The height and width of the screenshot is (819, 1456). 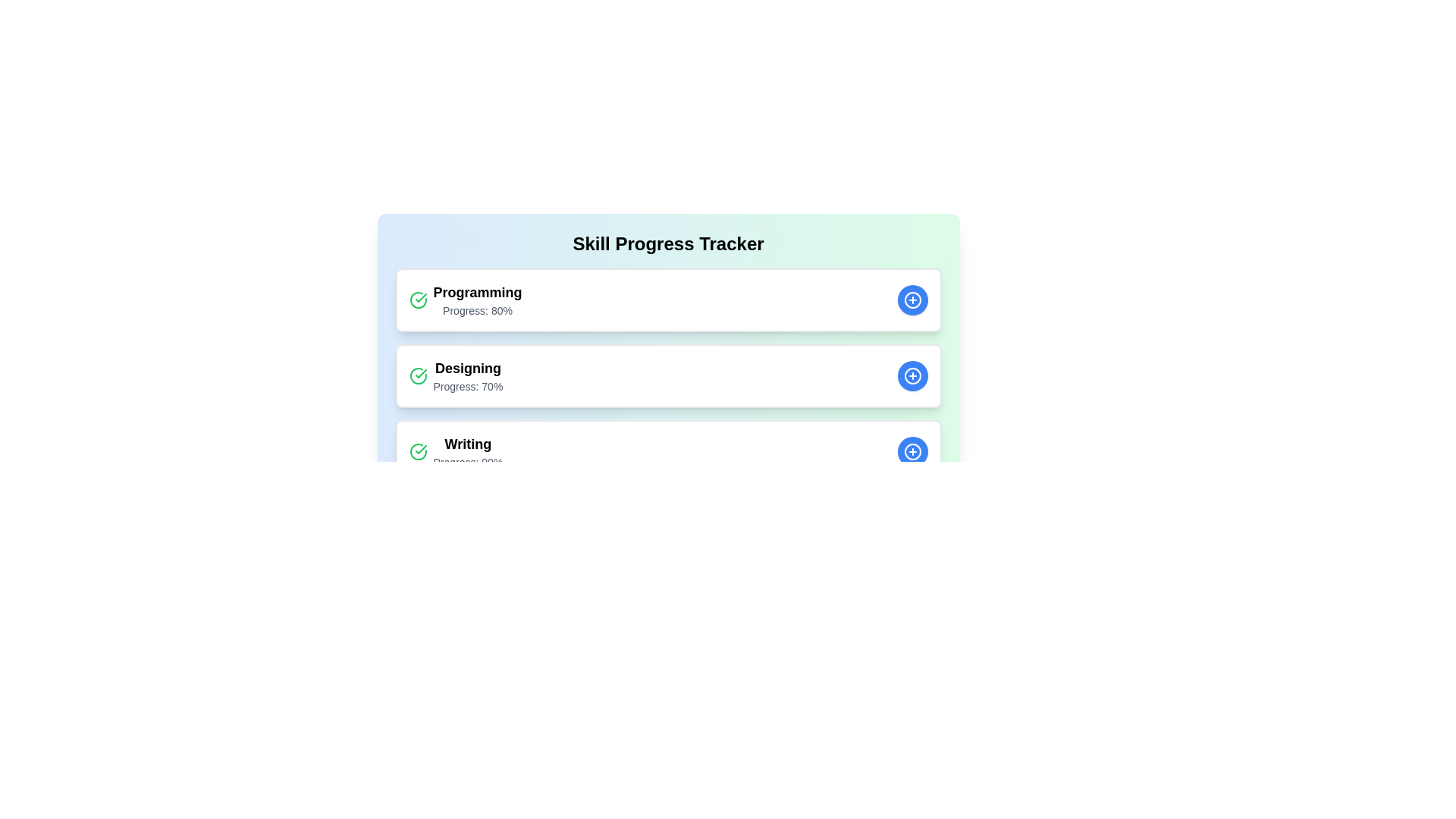 What do you see at coordinates (912, 375) in the screenshot?
I see `increment button for the skill Designing` at bounding box center [912, 375].